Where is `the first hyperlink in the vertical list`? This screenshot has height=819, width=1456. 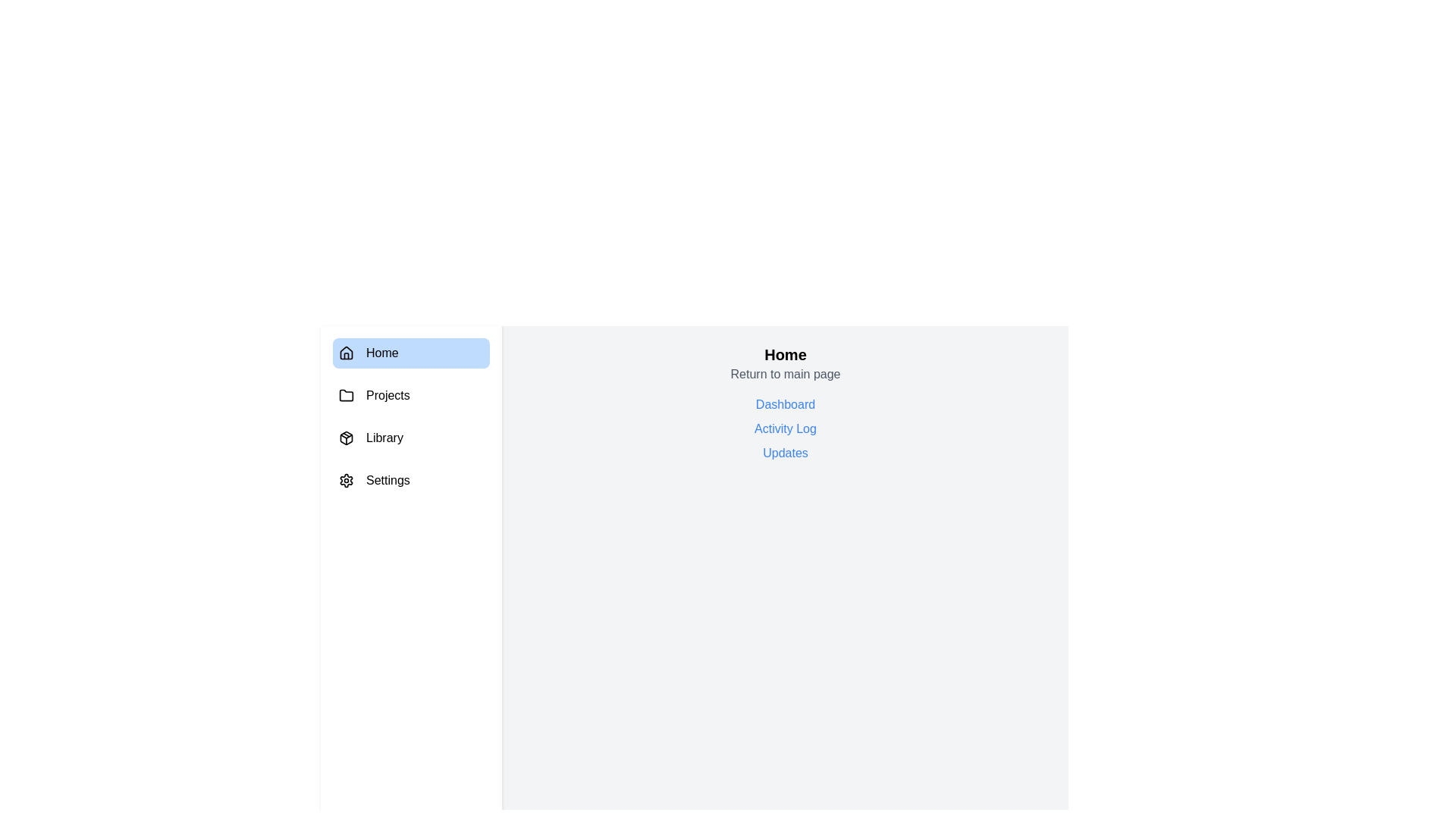 the first hyperlink in the vertical list is located at coordinates (786, 403).